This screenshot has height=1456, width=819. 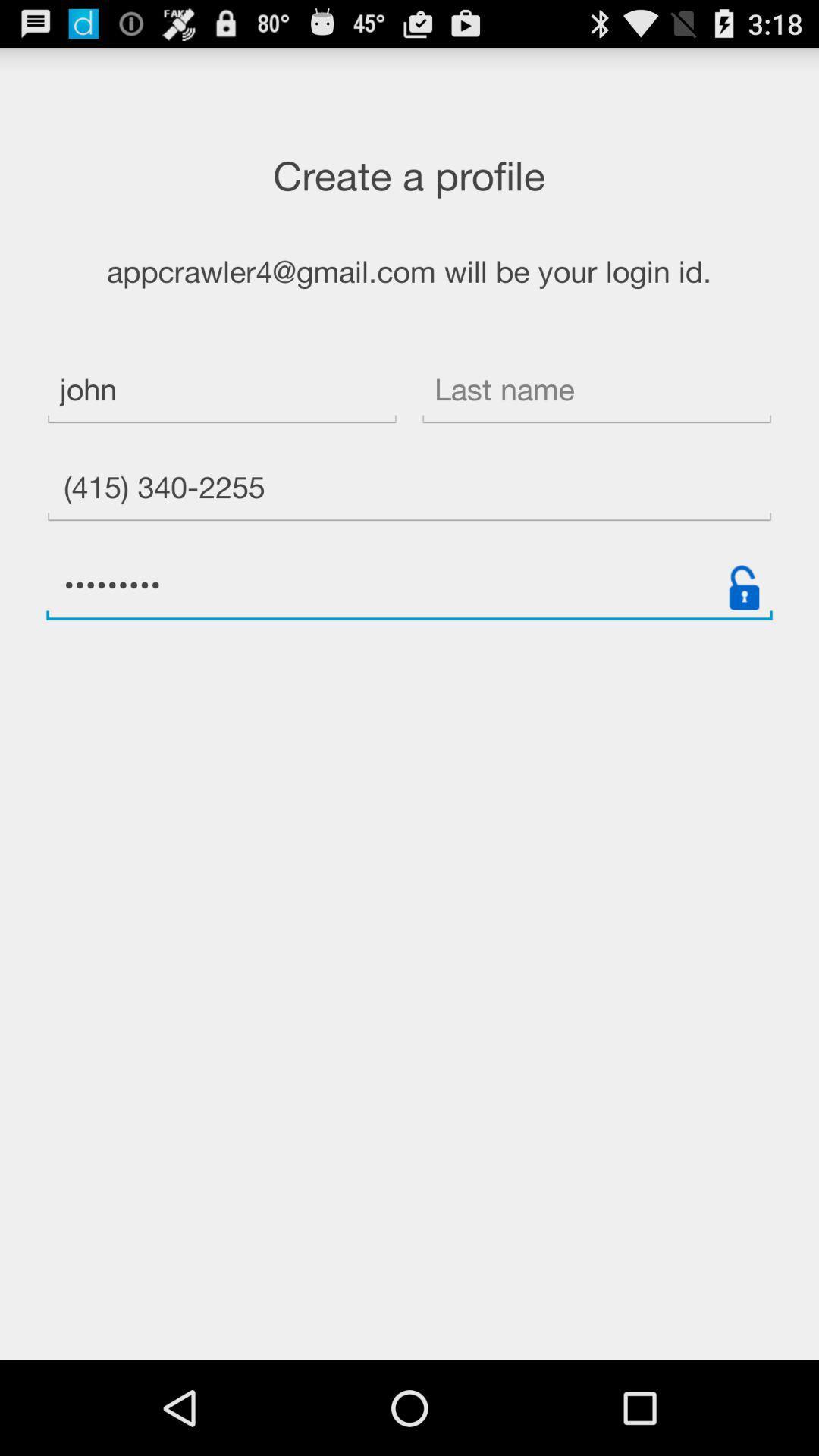 I want to click on item below the (415) 340-2255 item, so click(x=409, y=587).